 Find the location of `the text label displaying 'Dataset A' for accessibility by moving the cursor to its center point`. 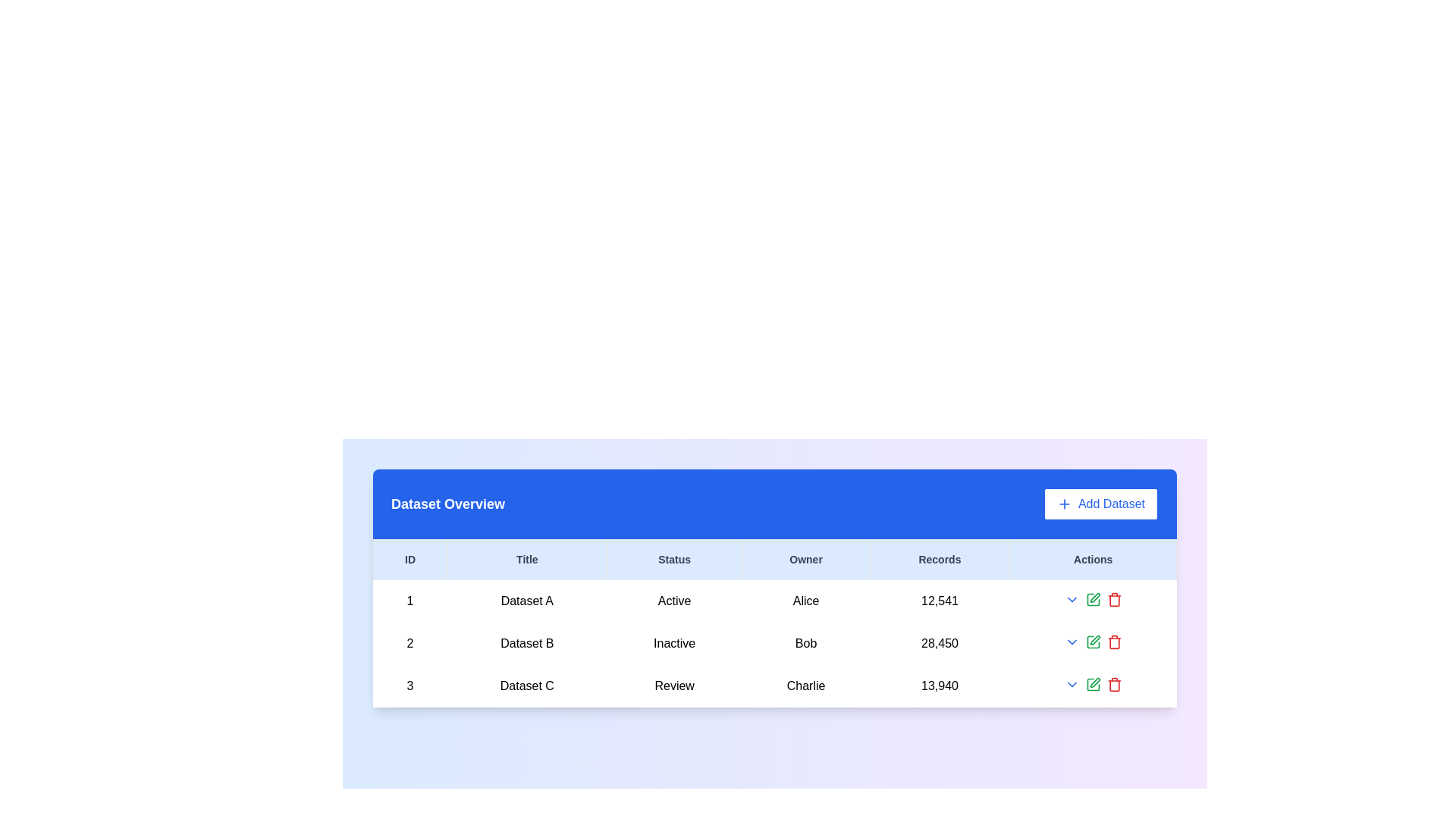

the text label displaying 'Dataset A' for accessibility by moving the cursor to its center point is located at coordinates (527, 601).